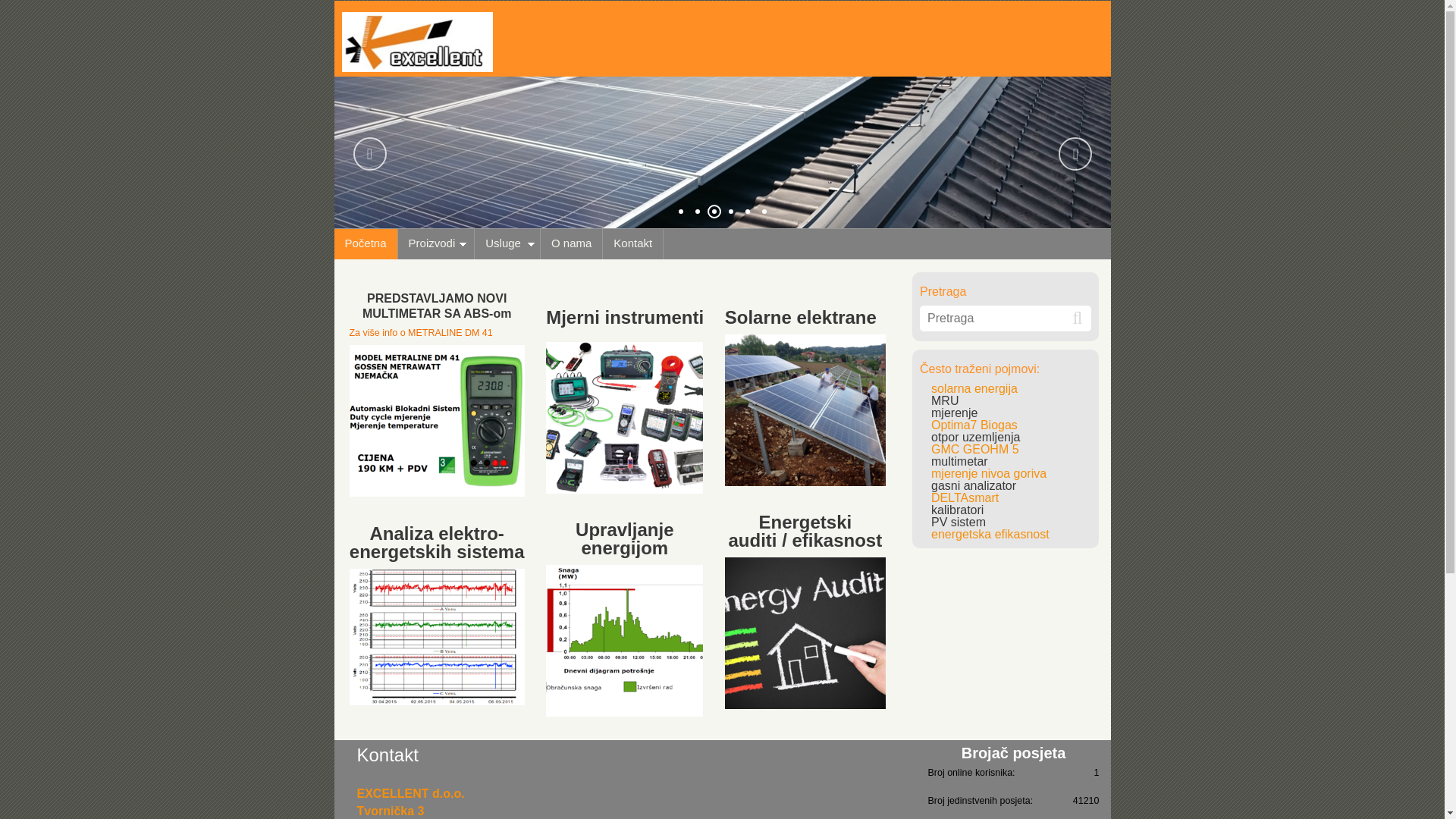  What do you see at coordinates (570, 242) in the screenshot?
I see `'O nama'` at bounding box center [570, 242].